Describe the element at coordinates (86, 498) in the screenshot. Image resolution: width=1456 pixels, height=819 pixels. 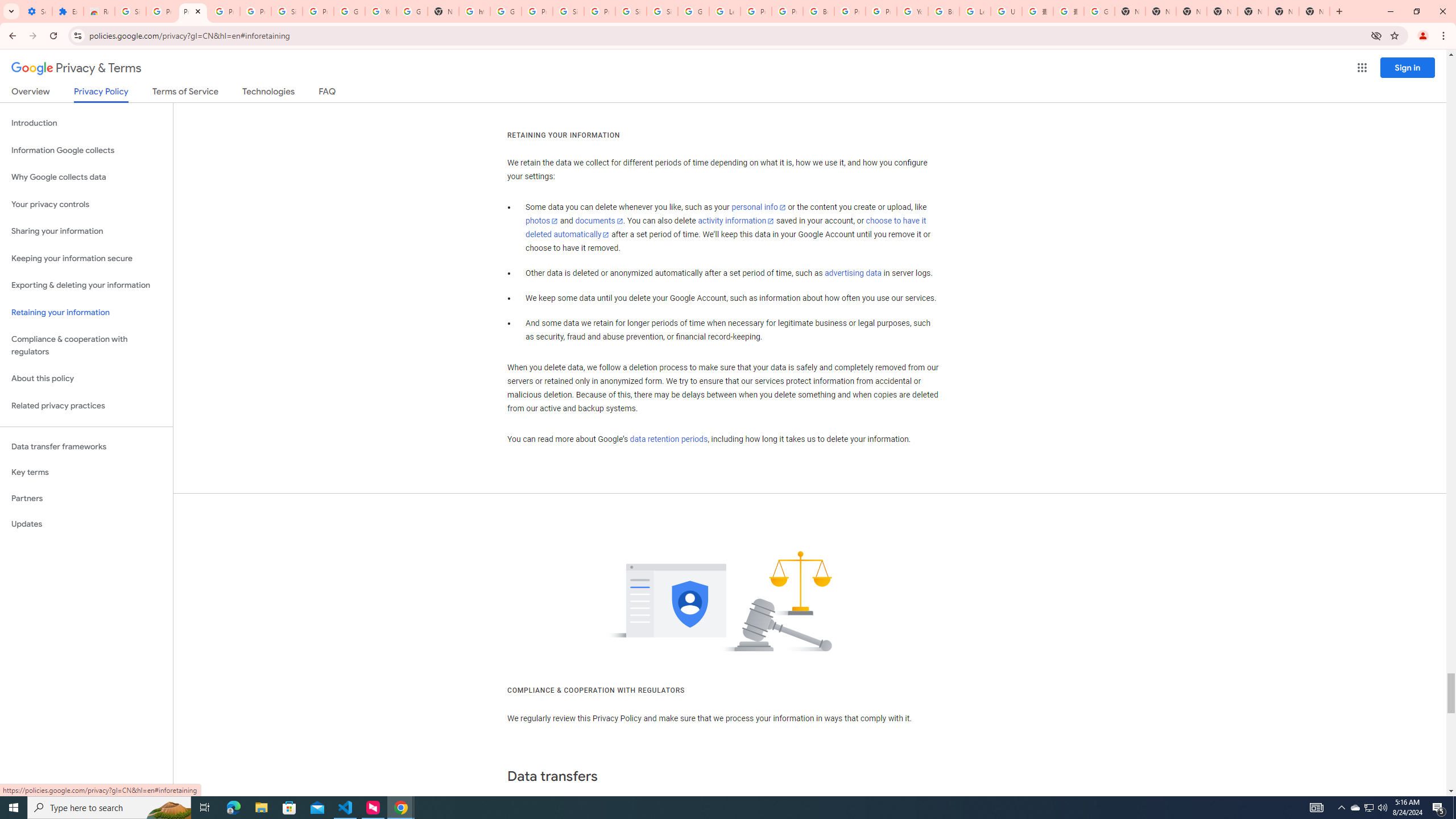
I see `'Partners'` at that location.